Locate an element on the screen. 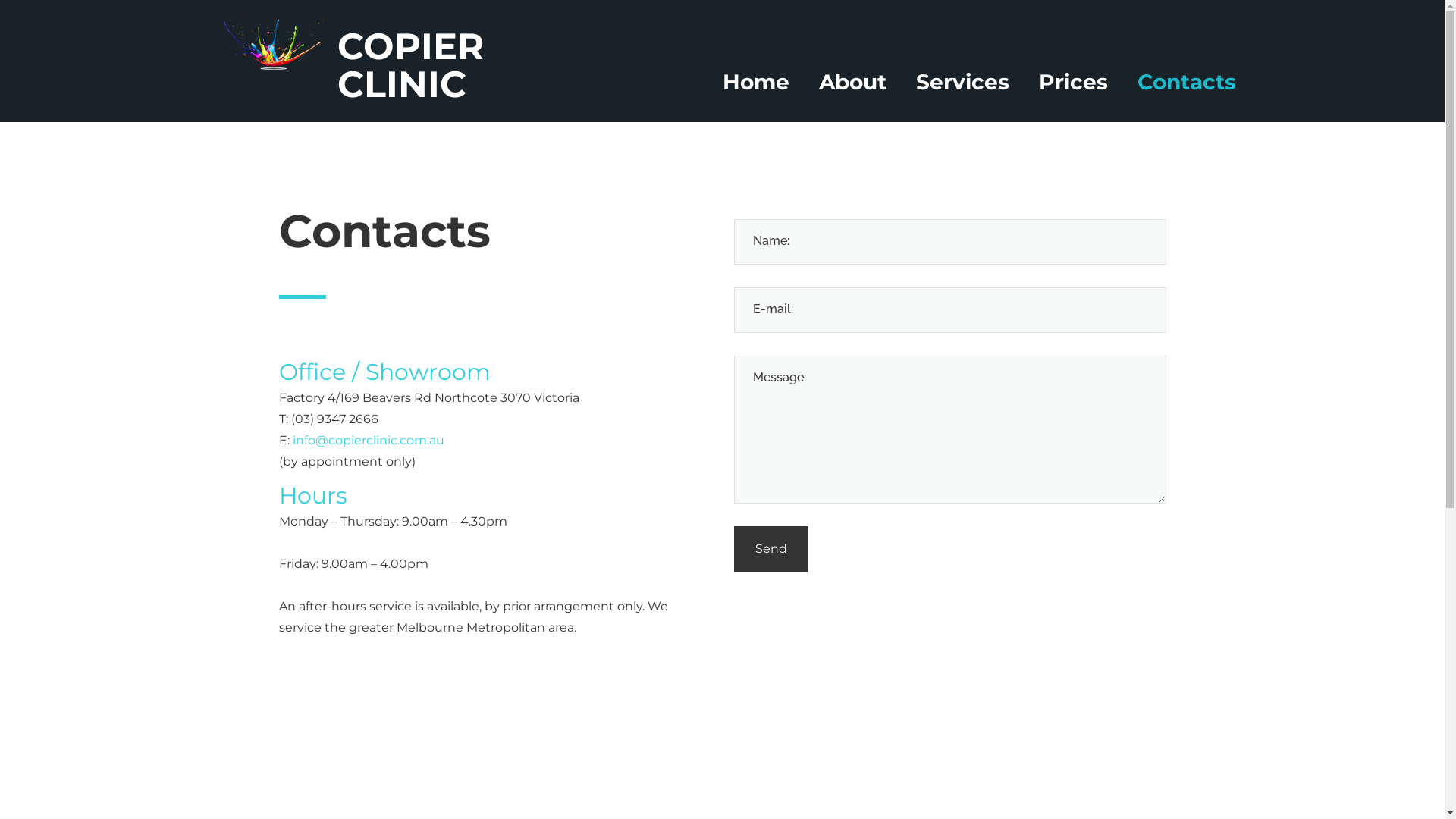 The height and width of the screenshot is (819, 1456). 'info@copierclinic.com.au' is located at coordinates (368, 440).